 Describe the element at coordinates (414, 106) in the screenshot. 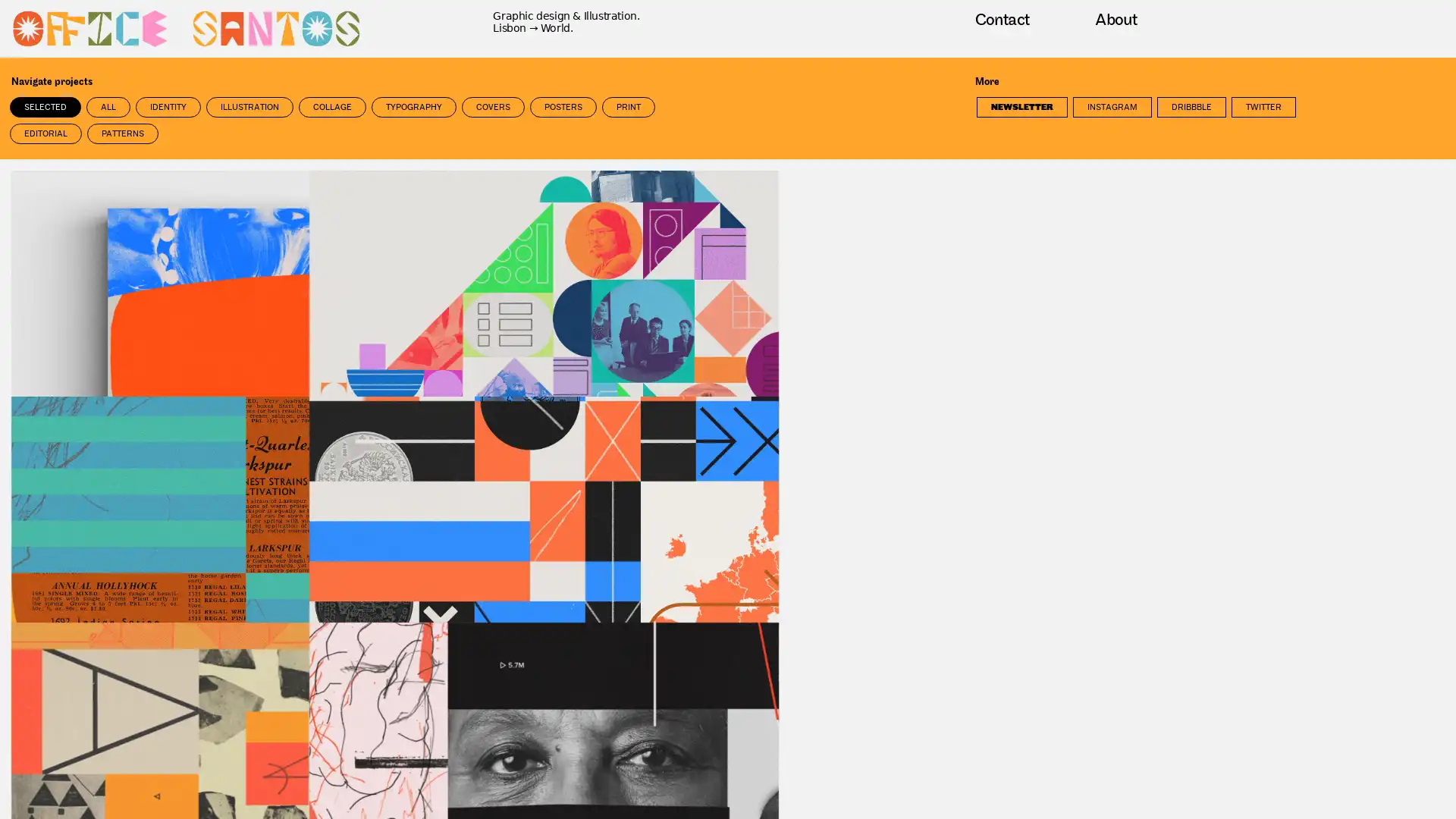

I see `TYPOGRAPHY` at that location.